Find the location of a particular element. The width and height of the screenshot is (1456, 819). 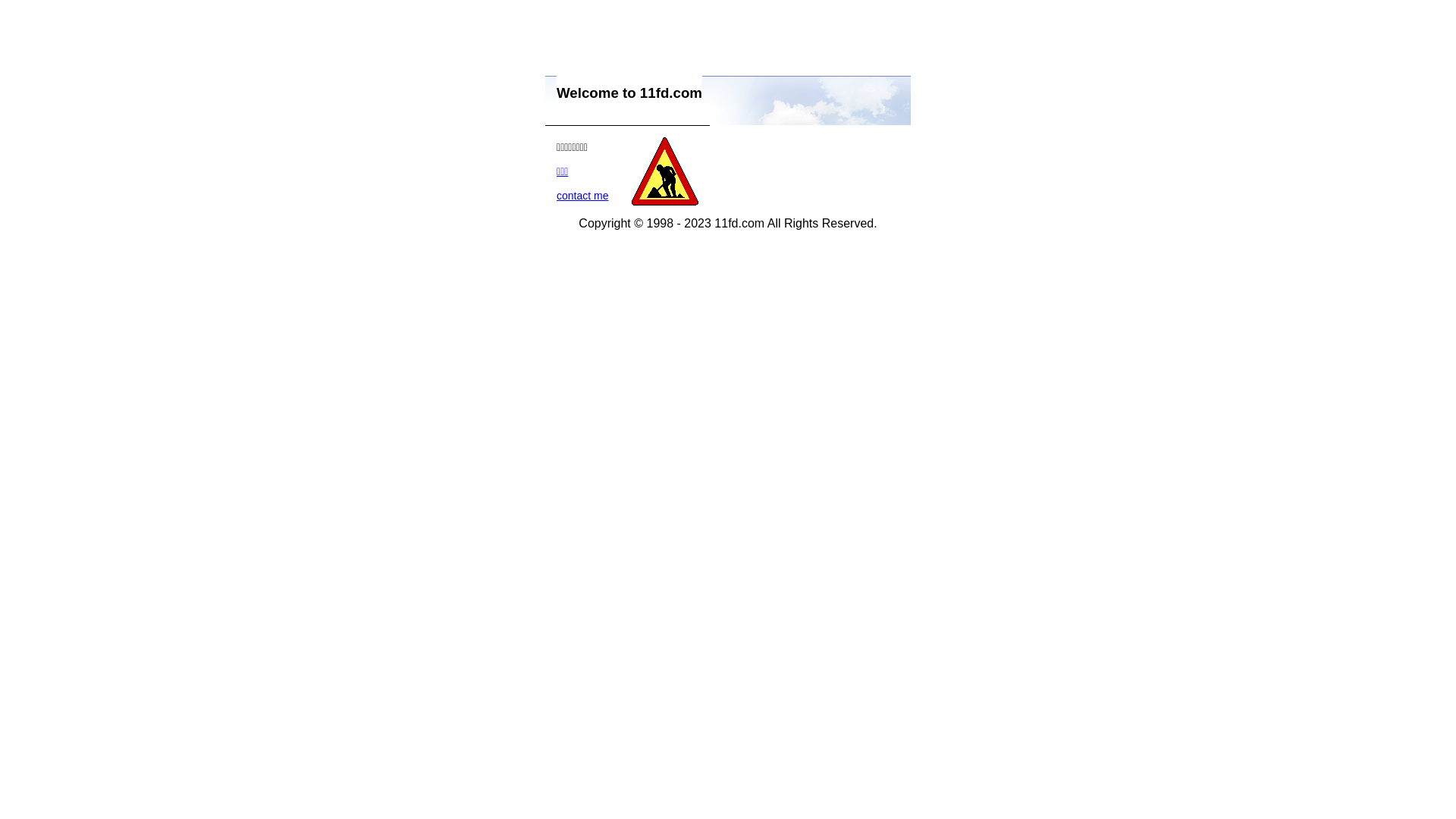

'contact me' is located at coordinates (582, 195).